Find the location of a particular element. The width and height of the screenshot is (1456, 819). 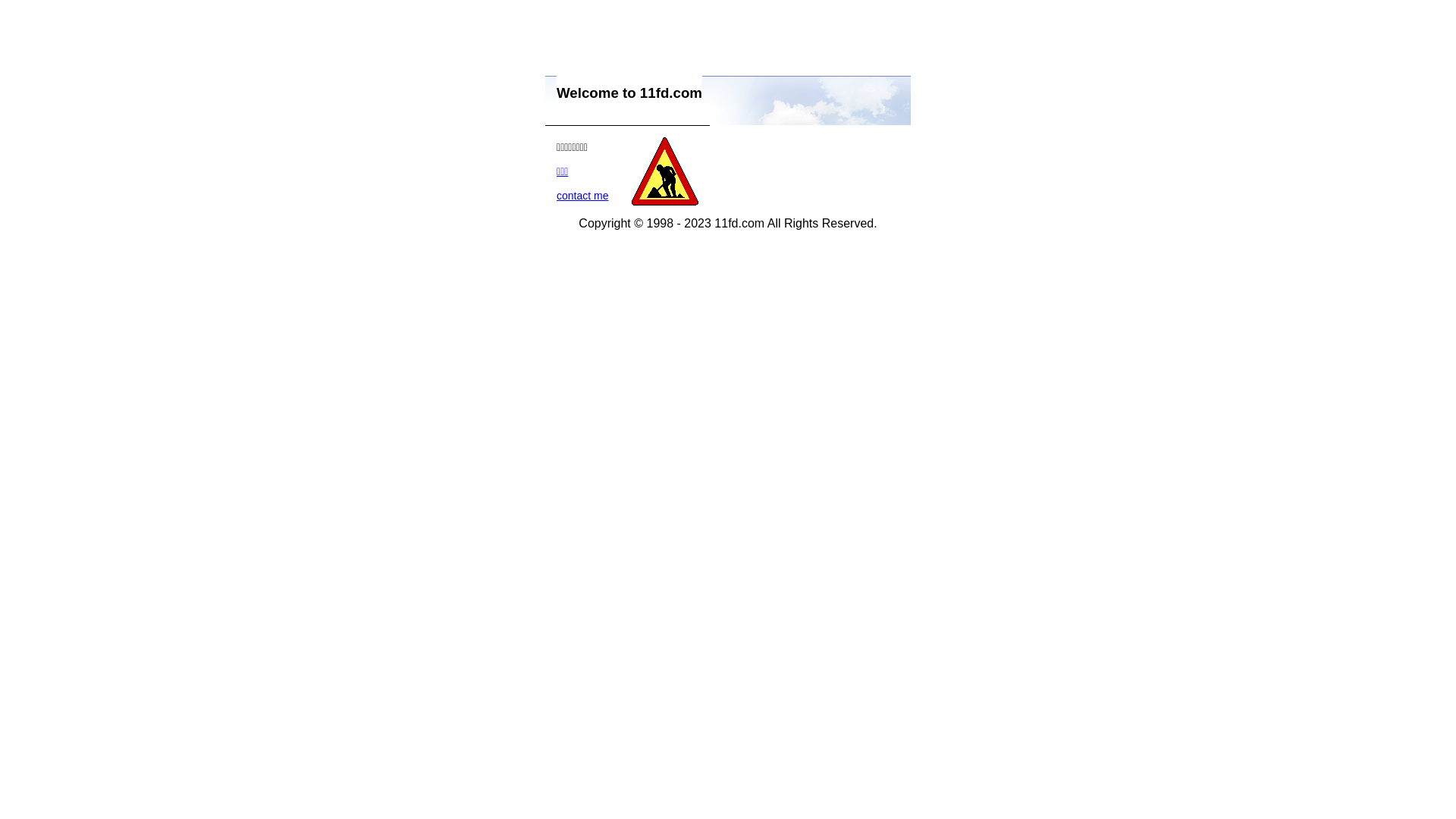

'contact me' is located at coordinates (582, 195).